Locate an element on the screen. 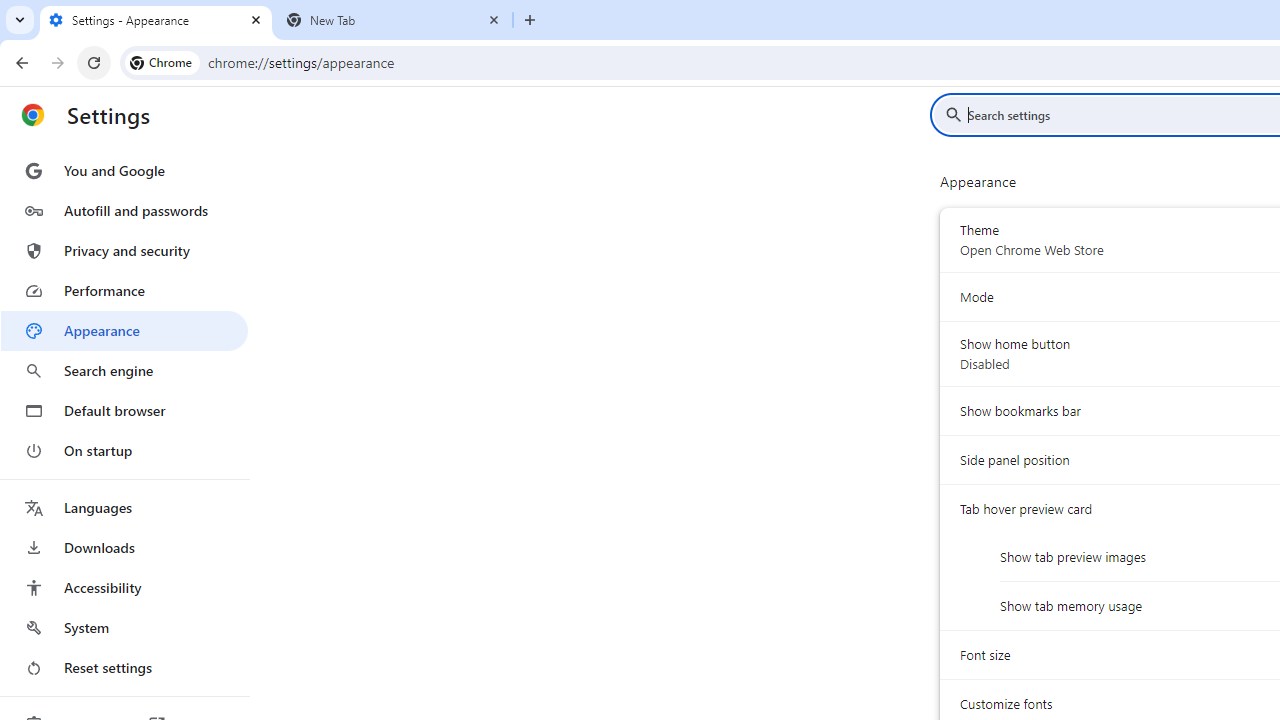  'Autofill and passwords' is located at coordinates (123, 210).